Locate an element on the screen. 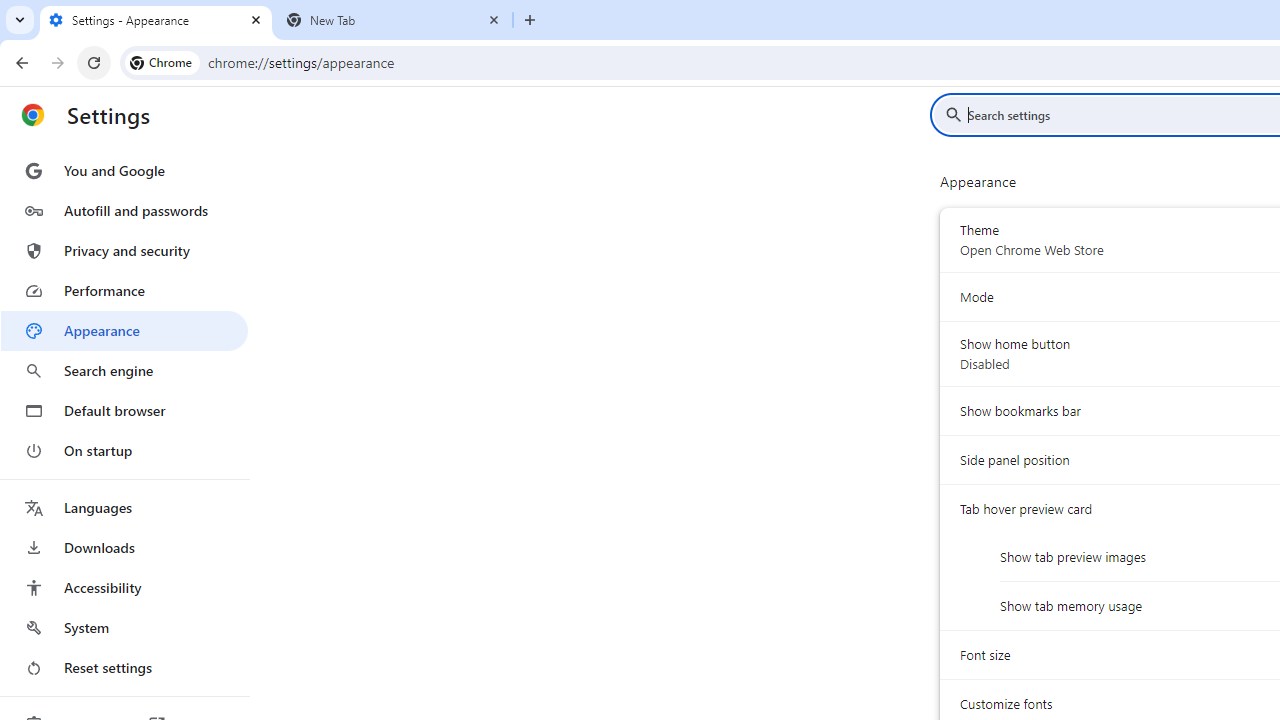  'Autofill and passwords' is located at coordinates (123, 210).